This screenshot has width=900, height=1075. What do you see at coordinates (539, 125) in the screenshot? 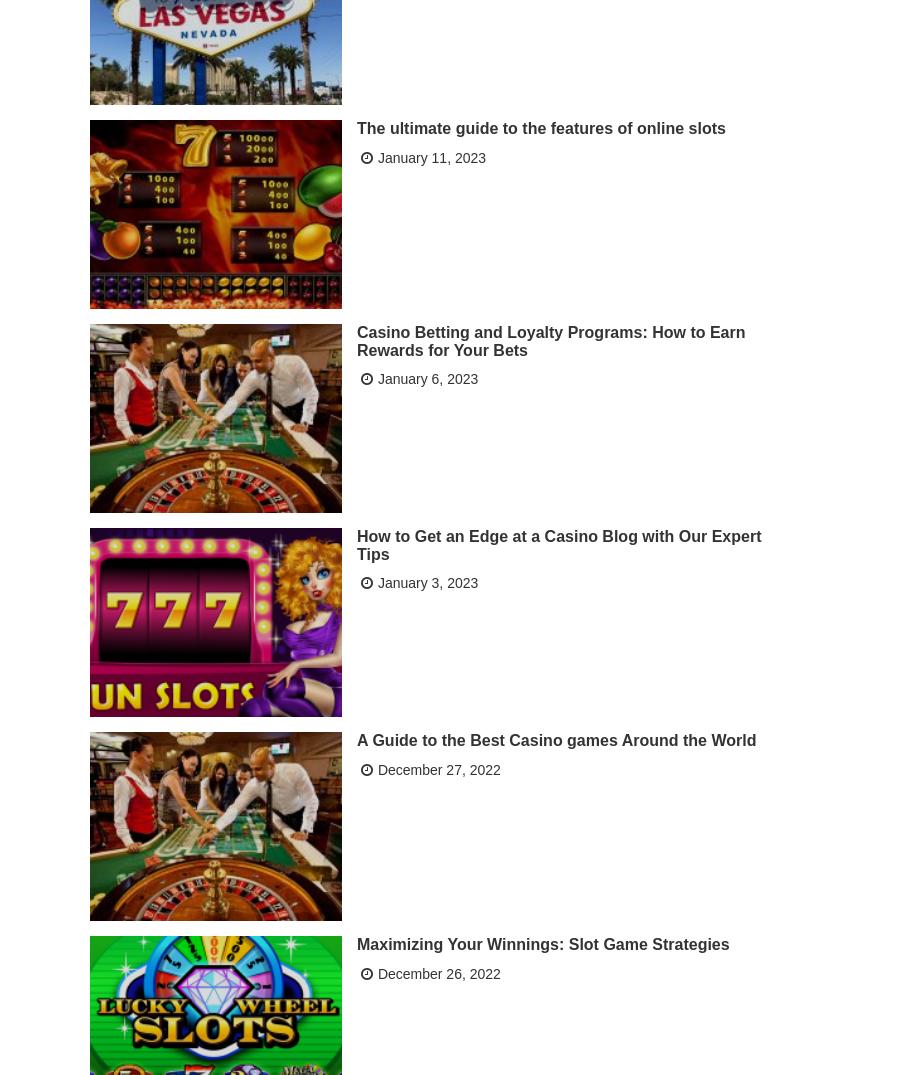
I see `'The ultimate guide to the features of online slots'` at bounding box center [539, 125].